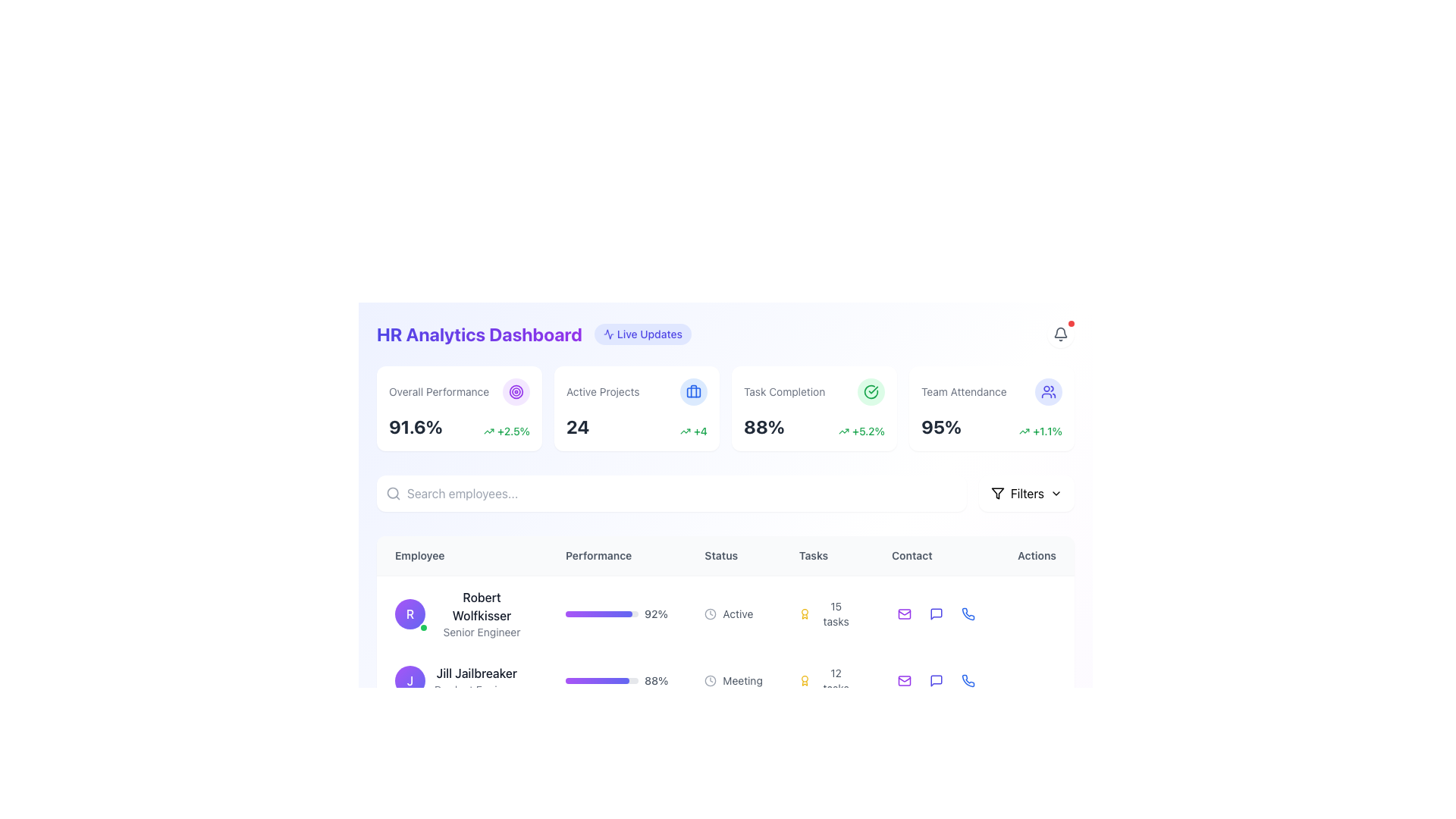 The image size is (1456, 819). I want to click on the Text label indicating a 5.2% improvement in task completion located in the bottom-right corner of the 'Task Completion' section of the dashboard, so click(861, 431).